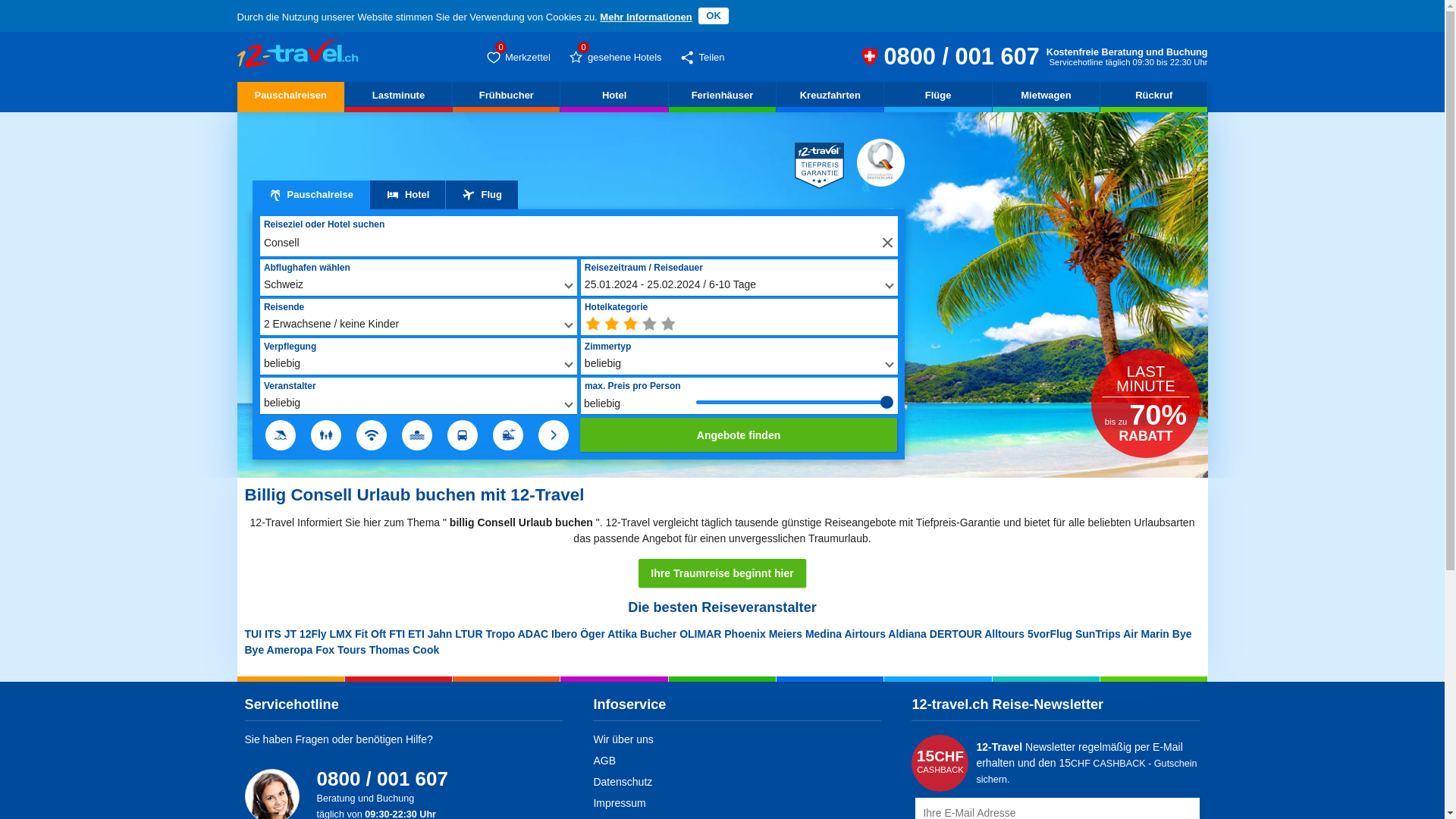  Describe the element at coordinates (622, 634) in the screenshot. I see `'Attika'` at that location.